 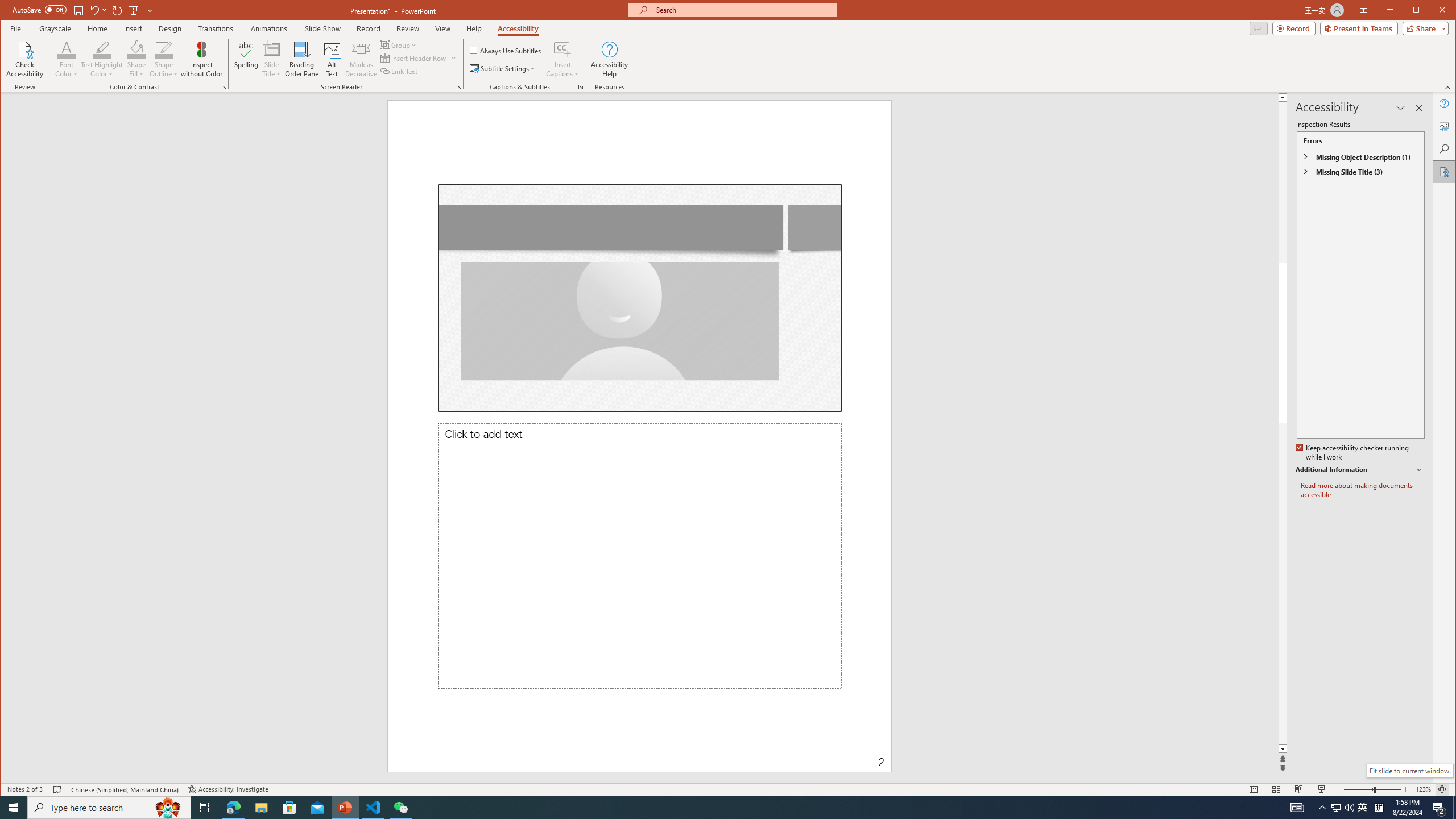 I want to click on 'Insert Captions', so click(x=562, y=59).